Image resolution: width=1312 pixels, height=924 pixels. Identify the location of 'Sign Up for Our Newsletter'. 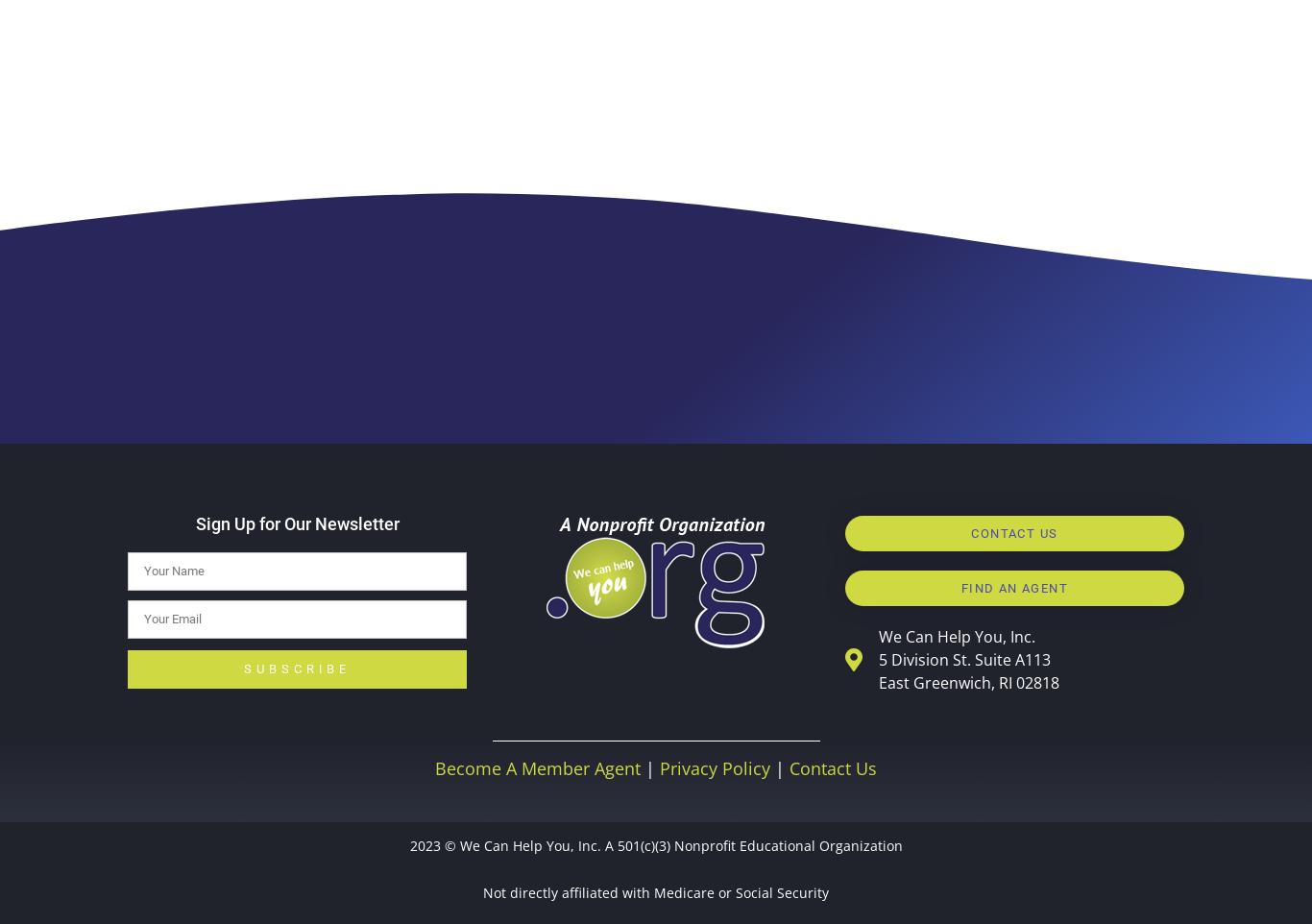
(296, 523).